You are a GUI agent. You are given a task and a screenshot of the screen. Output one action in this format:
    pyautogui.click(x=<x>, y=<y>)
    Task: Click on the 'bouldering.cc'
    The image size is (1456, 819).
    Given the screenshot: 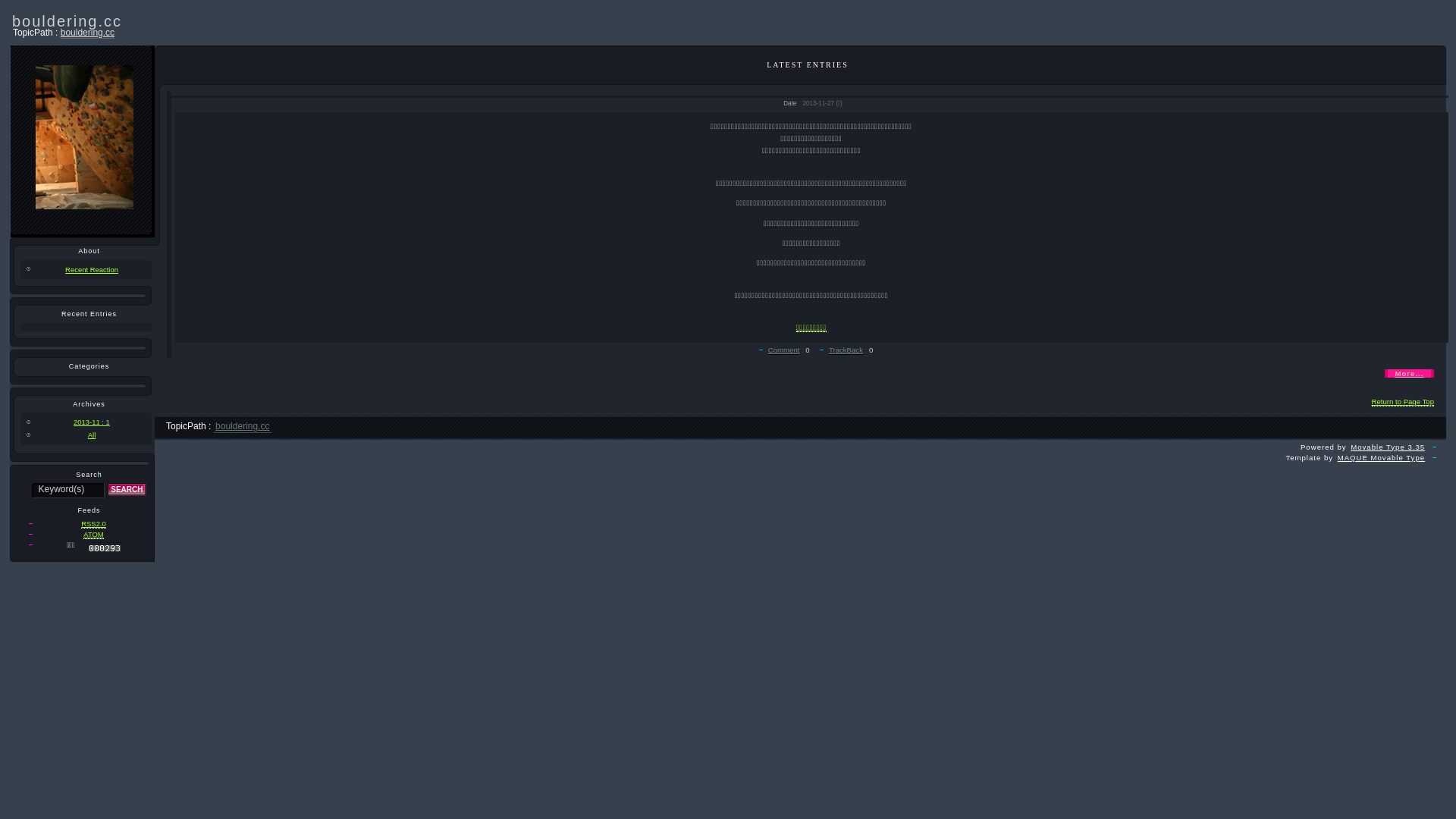 What is the action you would take?
    pyautogui.click(x=243, y=426)
    